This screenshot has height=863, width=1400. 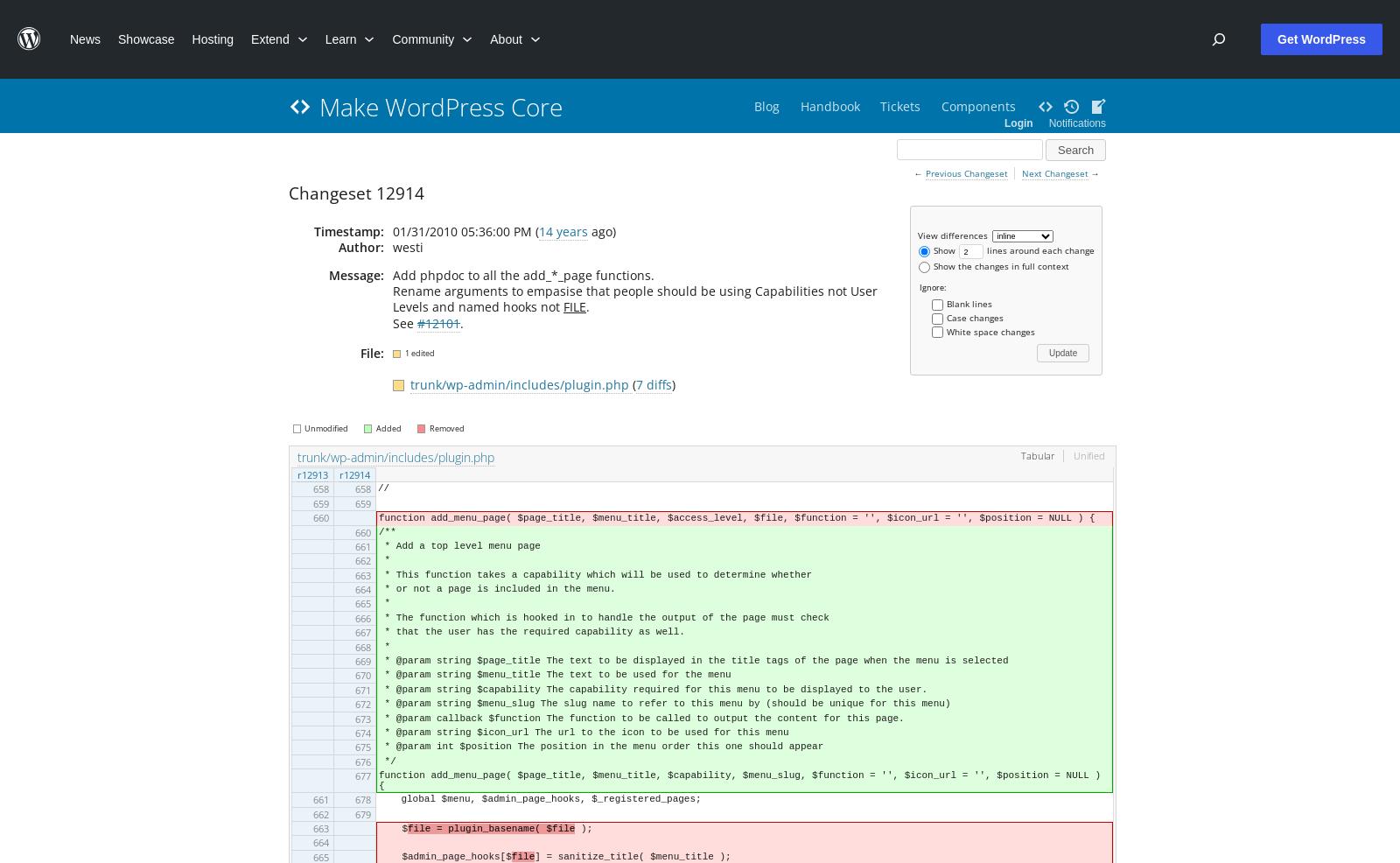 What do you see at coordinates (361, 631) in the screenshot?
I see `'667'` at bounding box center [361, 631].